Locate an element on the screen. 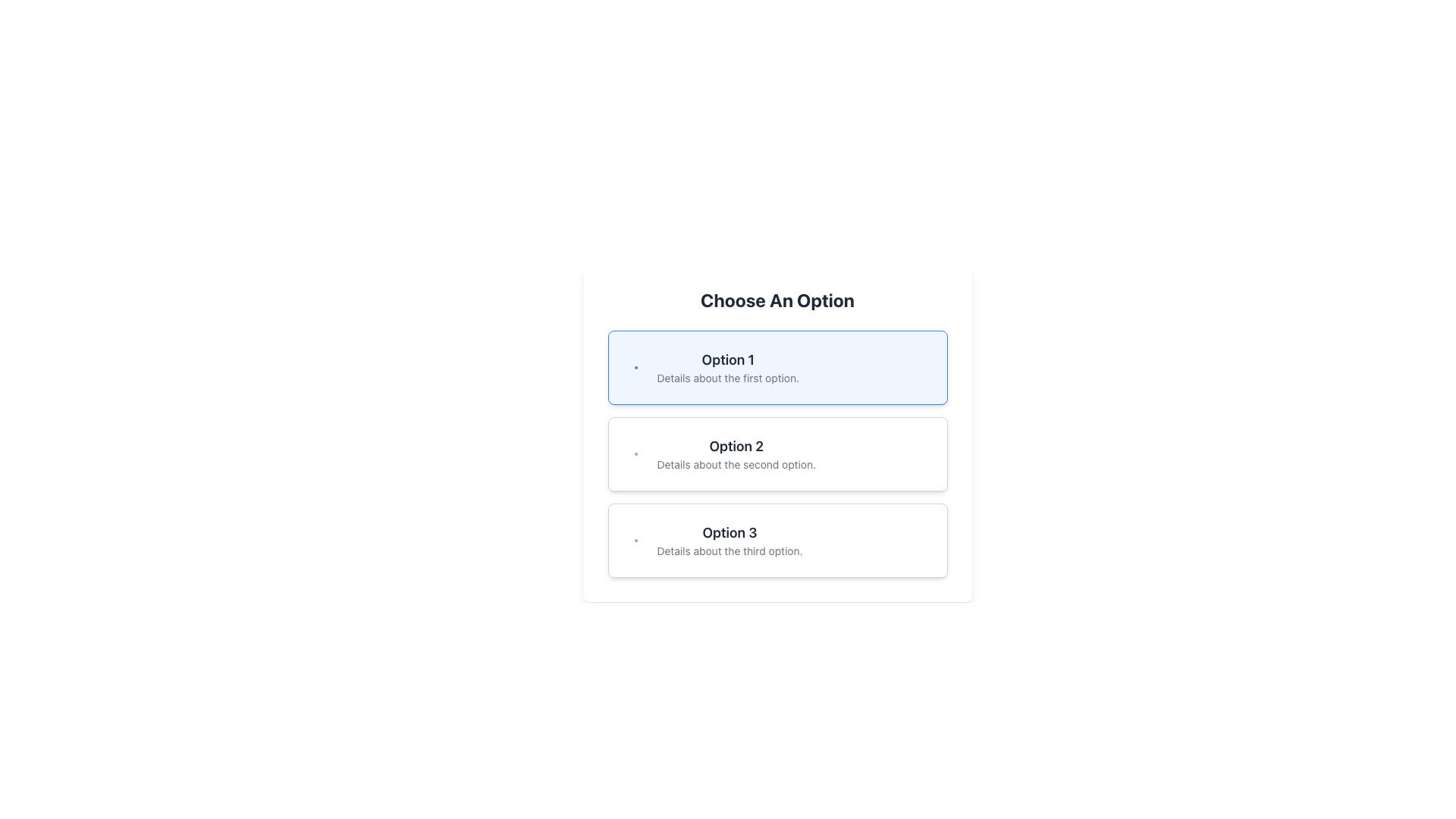 This screenshot has width=1456, height=819. bolded text label displaying 'Option 2' located at the top of the second group of options in the vertical menu layout is located at coordinates (736, 446).